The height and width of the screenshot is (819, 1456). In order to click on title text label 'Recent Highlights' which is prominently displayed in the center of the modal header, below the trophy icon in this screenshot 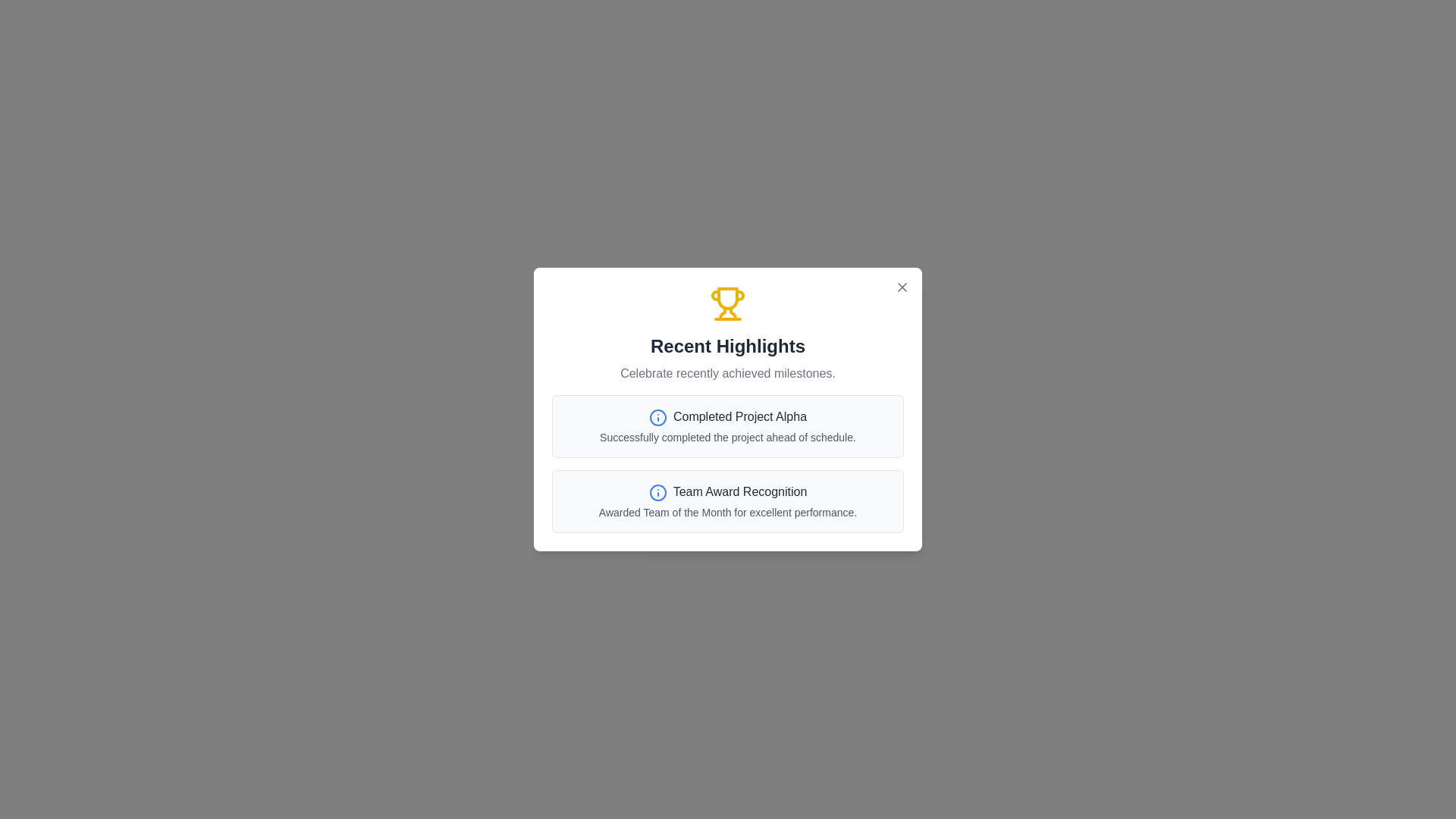, I will do `click(728, 346)`.